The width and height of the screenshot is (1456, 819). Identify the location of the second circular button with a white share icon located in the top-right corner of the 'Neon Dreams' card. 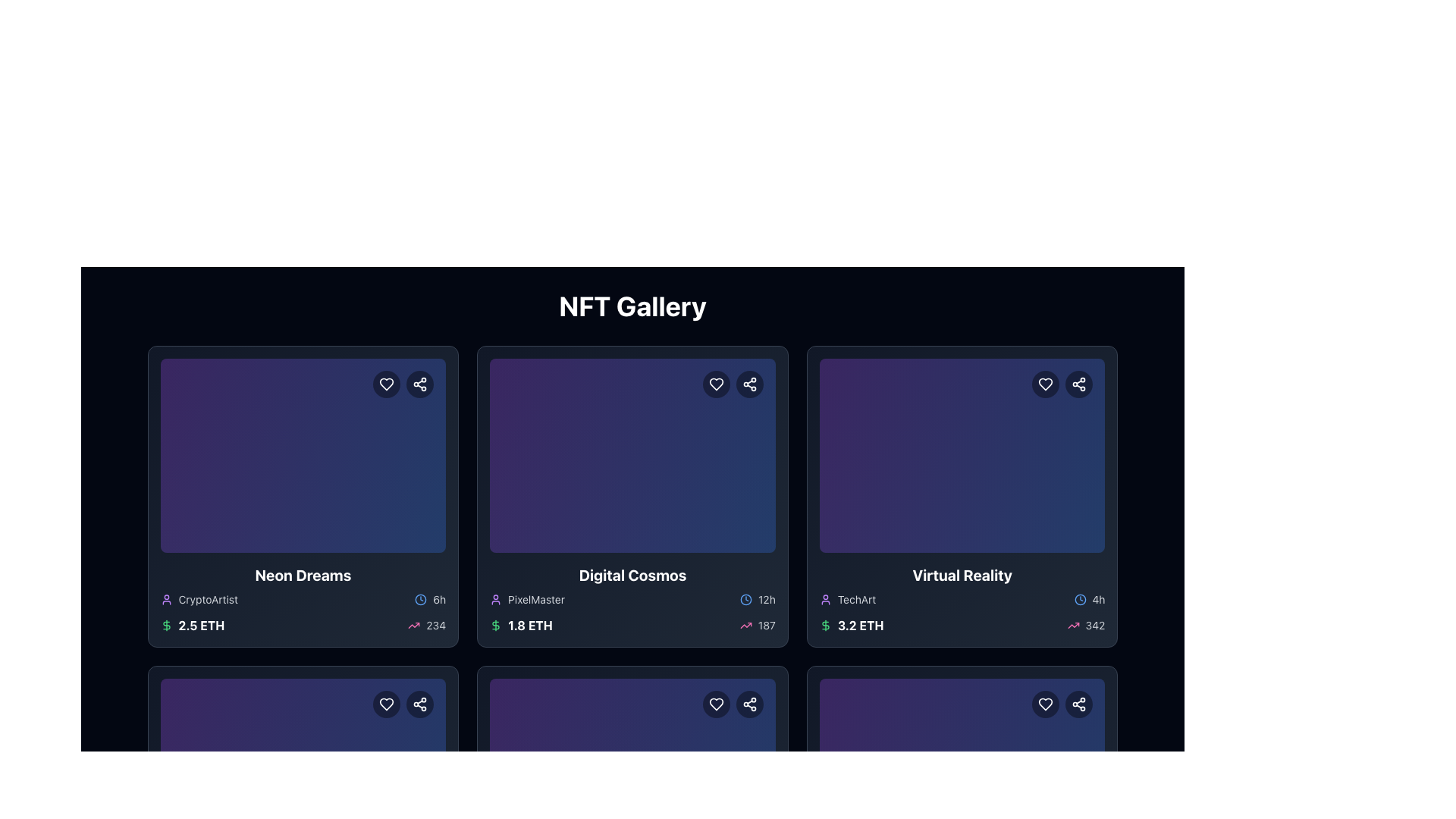
(403, 383).